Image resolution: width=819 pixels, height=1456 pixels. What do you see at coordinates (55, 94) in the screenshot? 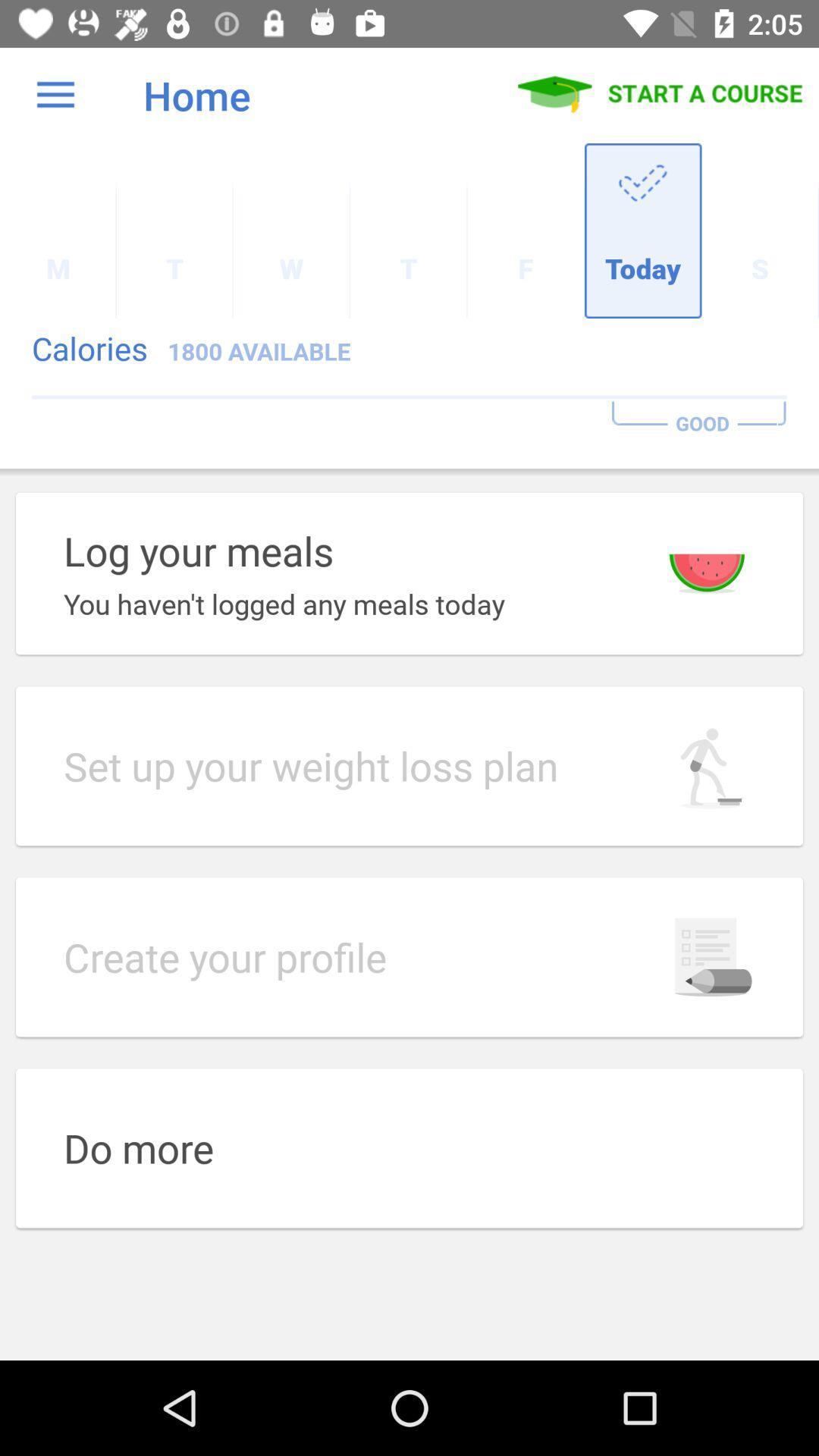
I see `the item next to home` at bounding box center [55, 94].